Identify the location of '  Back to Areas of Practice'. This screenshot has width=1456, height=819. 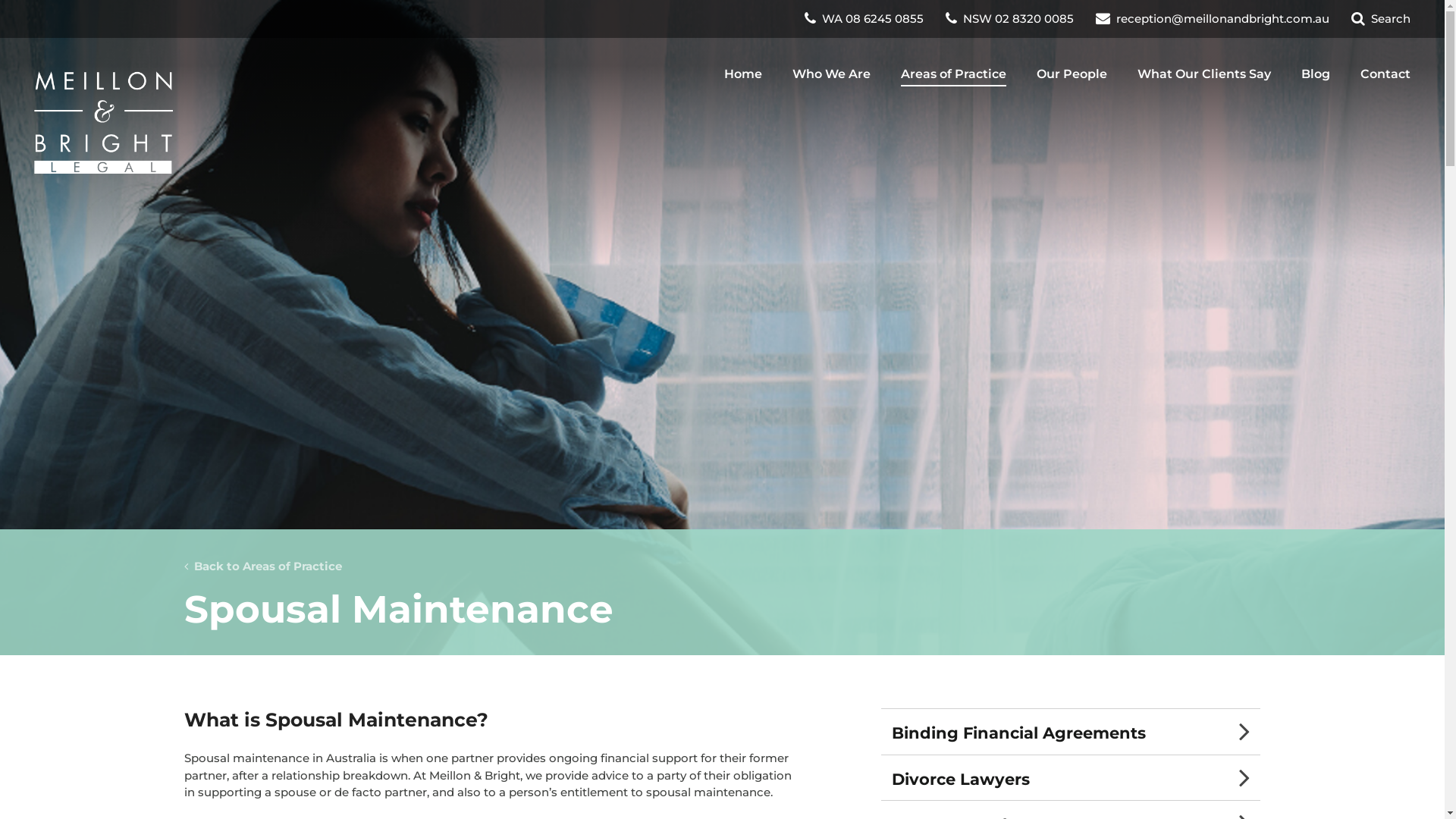
(262, 566).